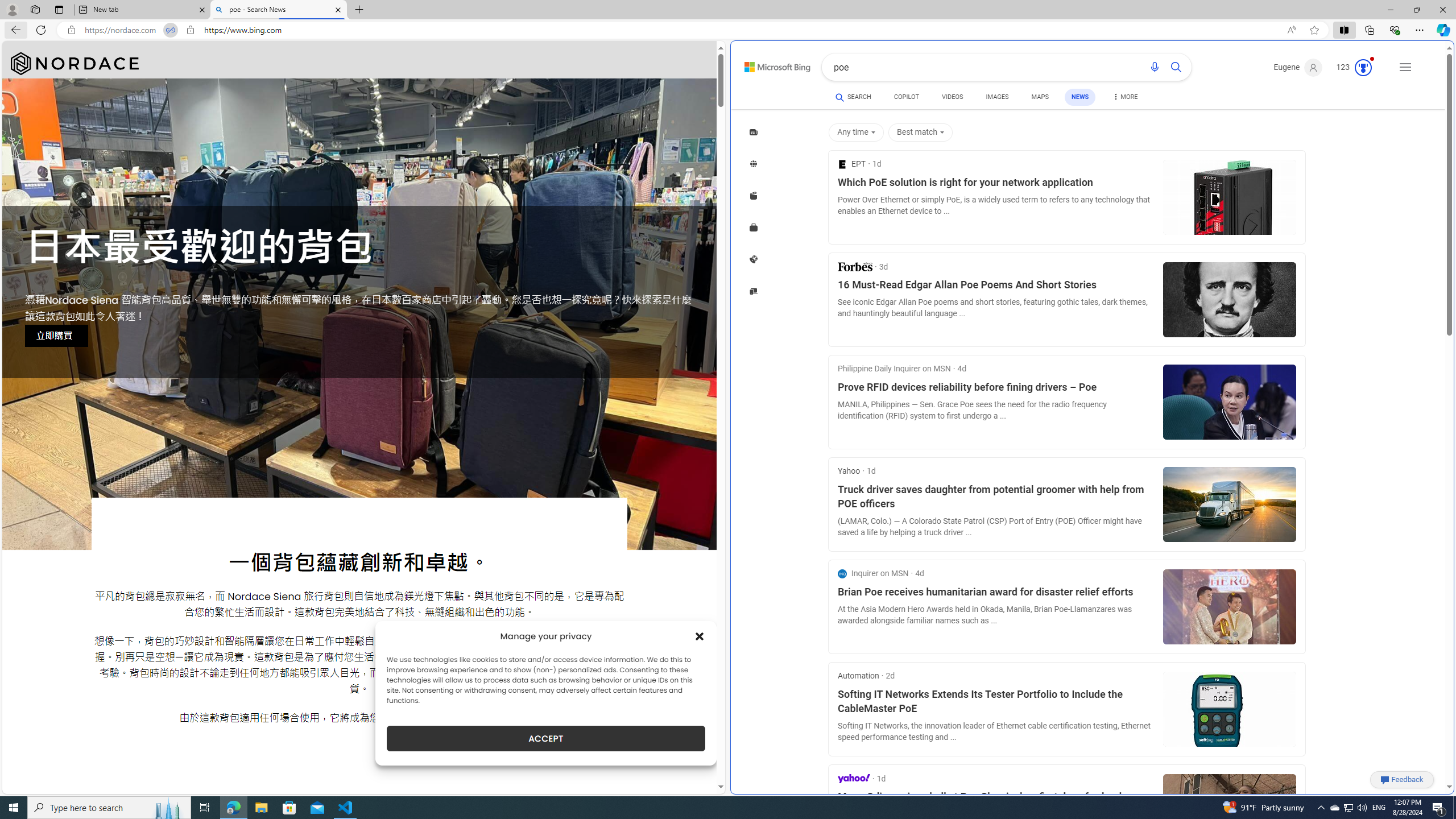 The height and width of the screenshot is (819, 1456). What do you see at coordinates (858, 133) in the screenshot?
I see `'Any time'` at bounding box center [858, 133].